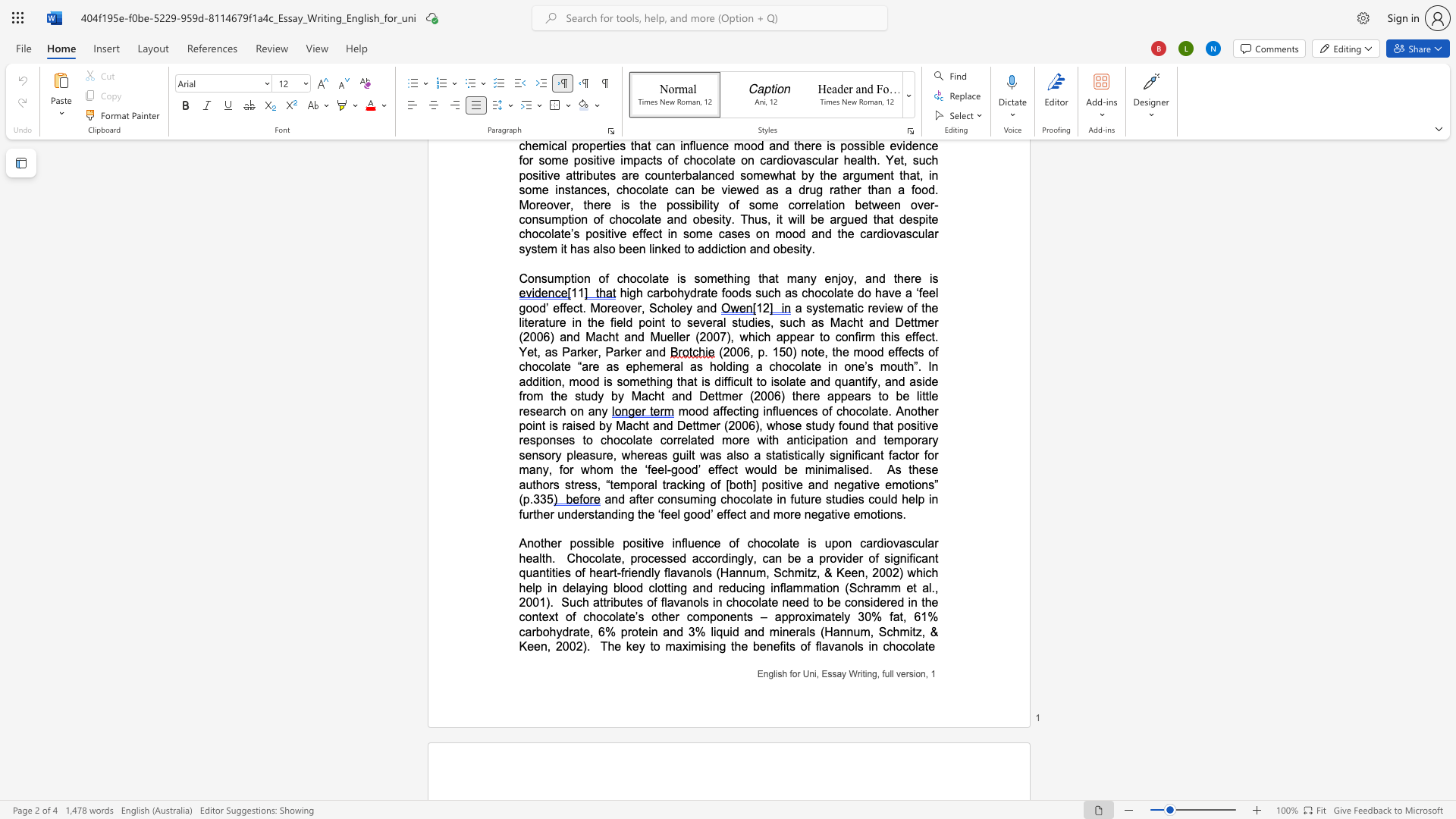  What do you see at coordinates (861, 673) in the screenshot?
I see `the 3th character "i" in the text` at bounding box center [861, 673].